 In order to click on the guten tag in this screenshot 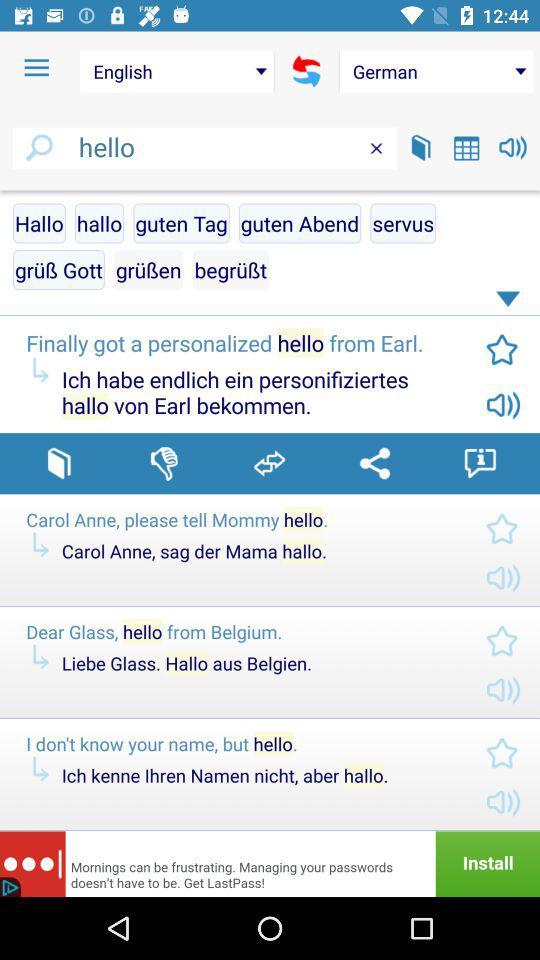, I will do `click(181, 223)`.